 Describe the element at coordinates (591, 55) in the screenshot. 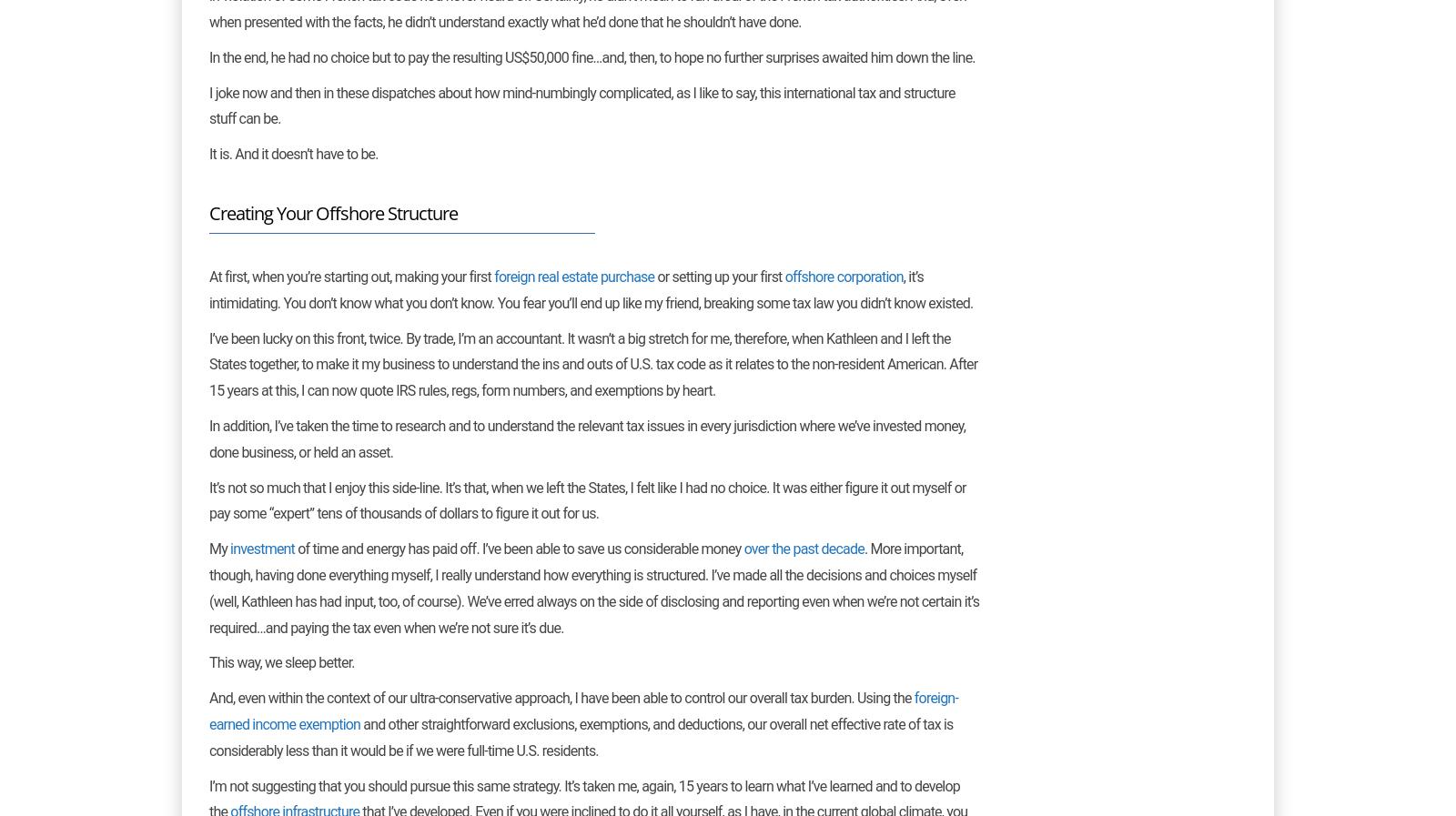

I see `'In the end, he had no choice but to pay the resulting US$50,000 fine…and, then, to hope no further surprises awaited him down the line.'` at that location.